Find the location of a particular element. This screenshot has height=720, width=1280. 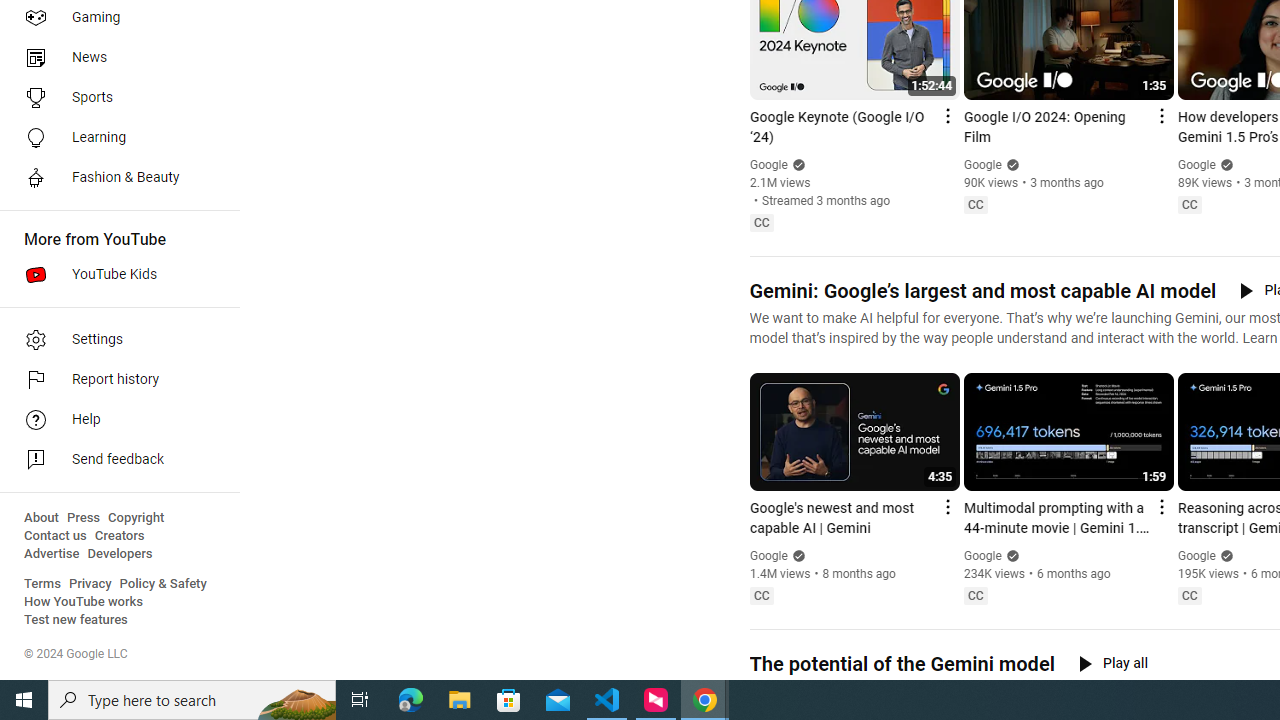

'Play all' is located at coordinates (1112, 663).